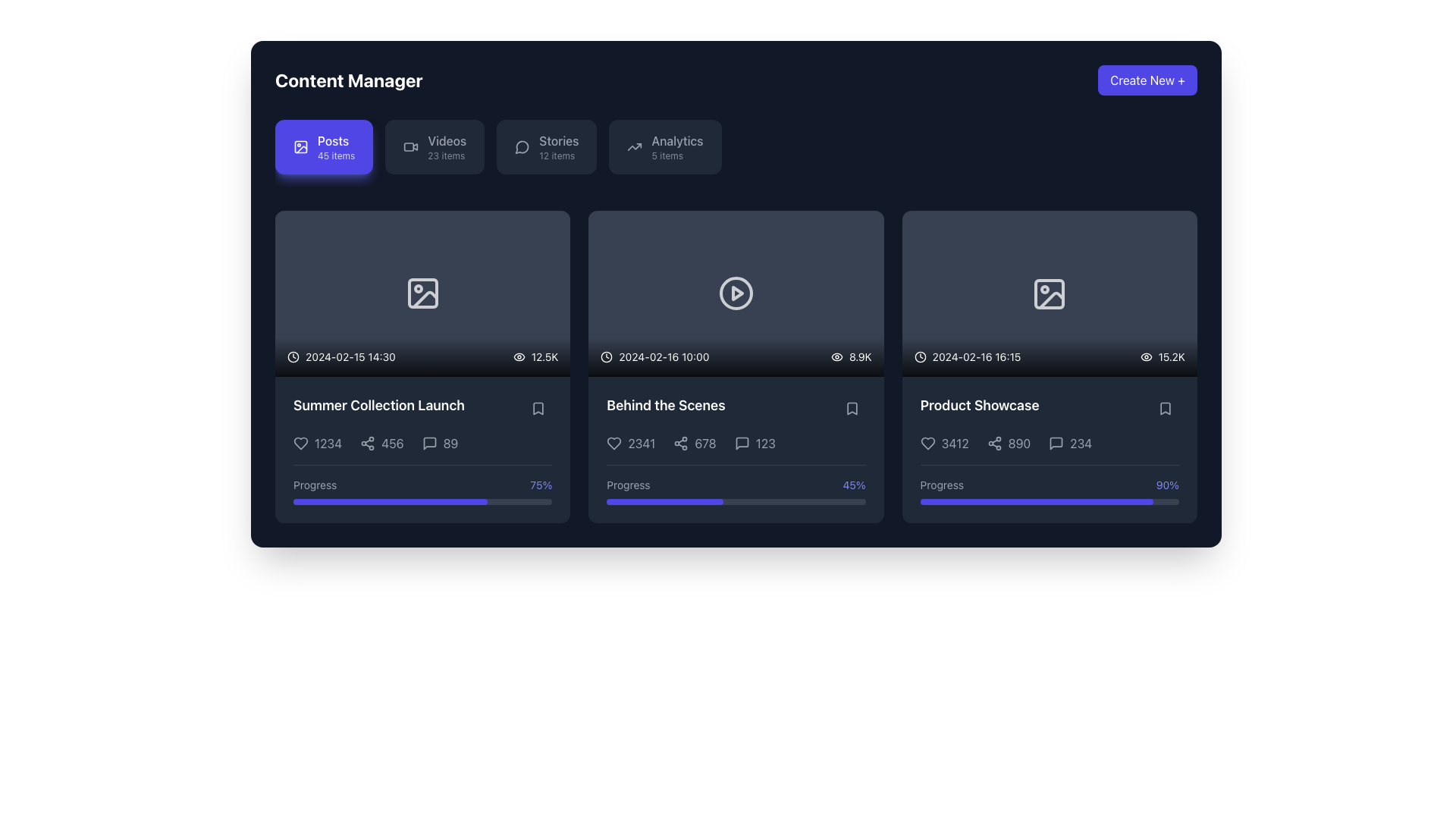 The image size is (1456, 819). I want to click on the progress bar indicating 90% completion, located at the bottom of the 'Product Showcase' card in the third column, so click(1049, 502).